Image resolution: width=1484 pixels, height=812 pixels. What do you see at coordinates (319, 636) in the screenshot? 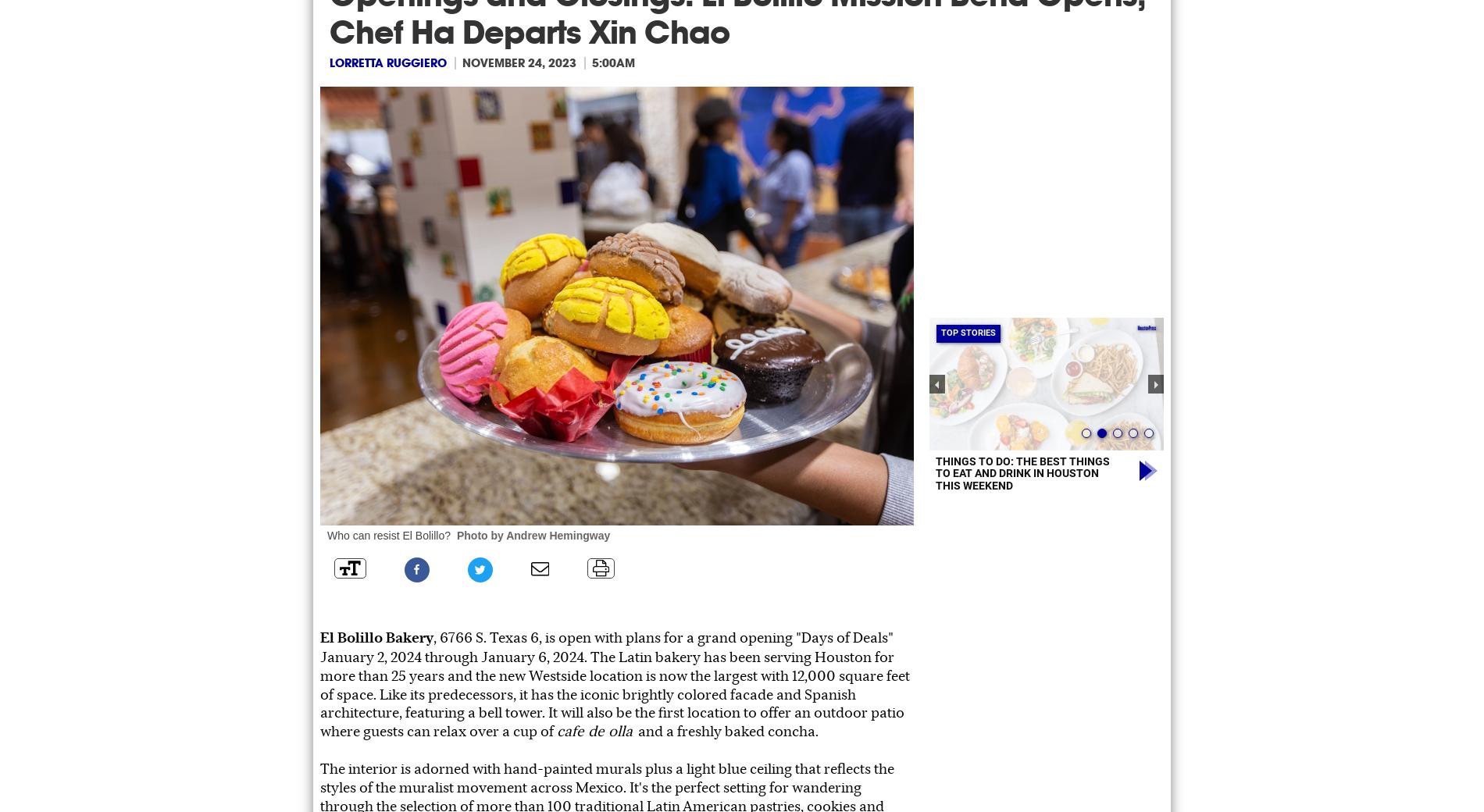
I see `'El Bolillo Bakery'` at bounding box center [319, 636].